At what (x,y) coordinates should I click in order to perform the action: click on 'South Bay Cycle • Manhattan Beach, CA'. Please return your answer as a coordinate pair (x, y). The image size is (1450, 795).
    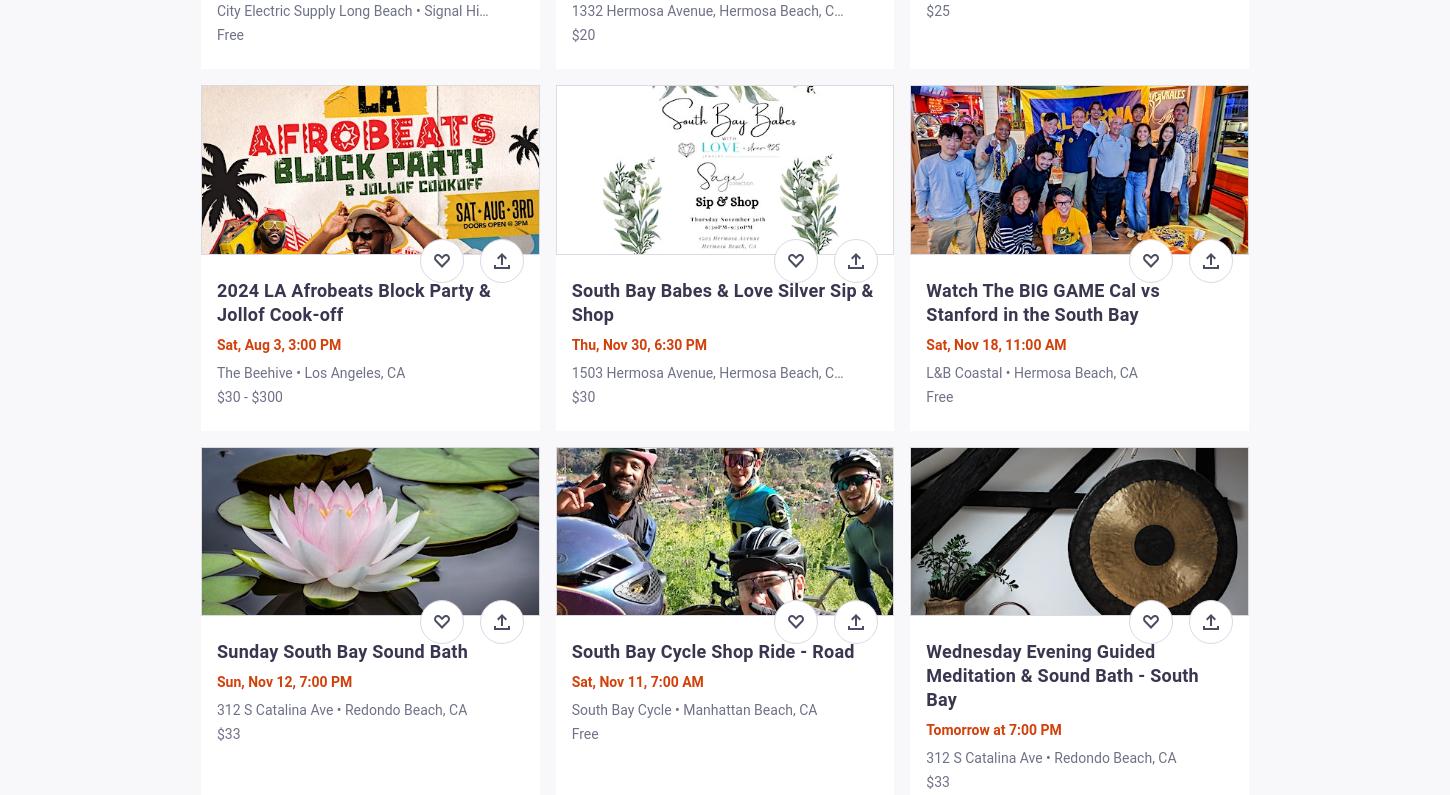
    Looking at the image, I should click on (692, 708).